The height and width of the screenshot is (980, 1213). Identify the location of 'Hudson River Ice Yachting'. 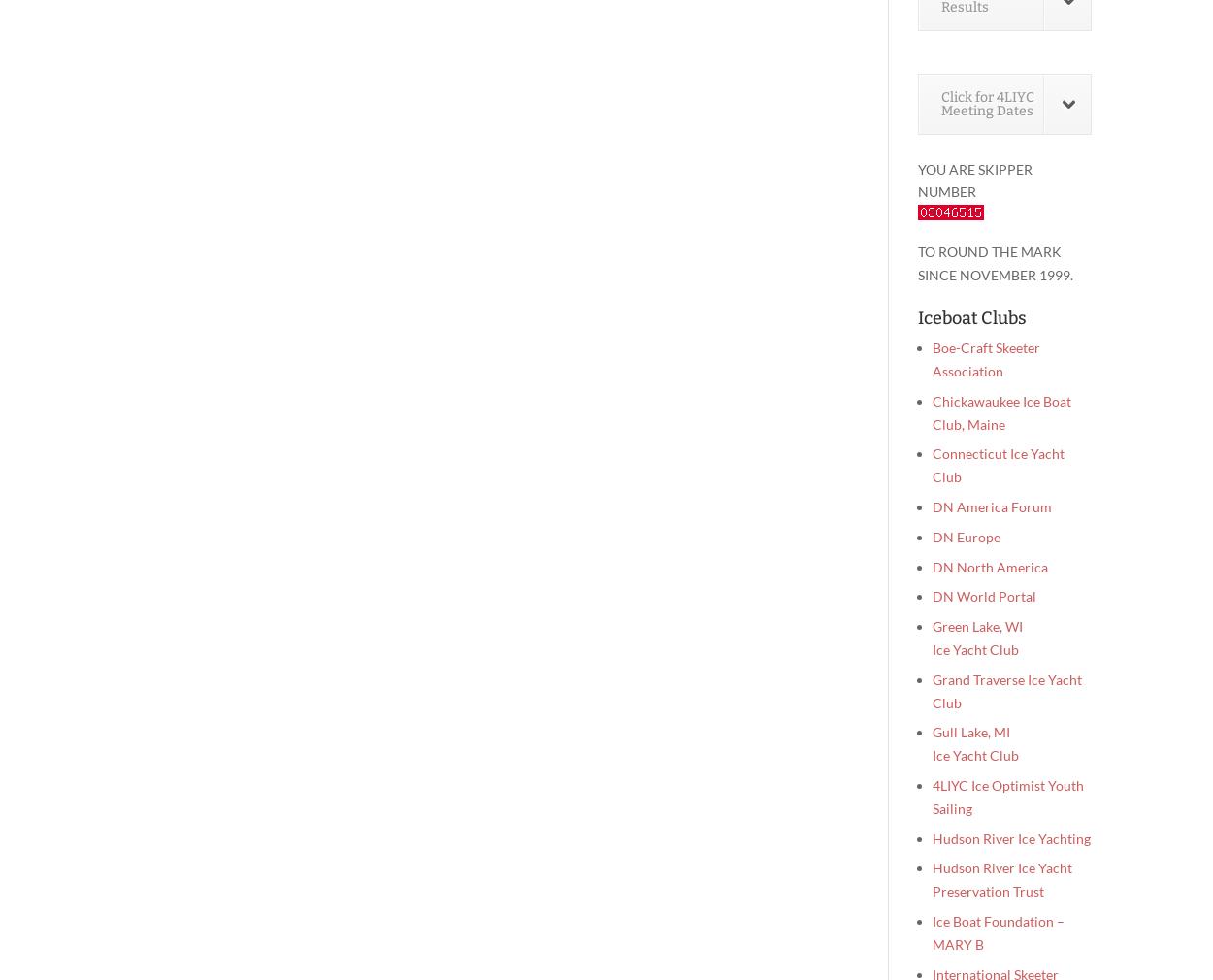
(1011, 837).